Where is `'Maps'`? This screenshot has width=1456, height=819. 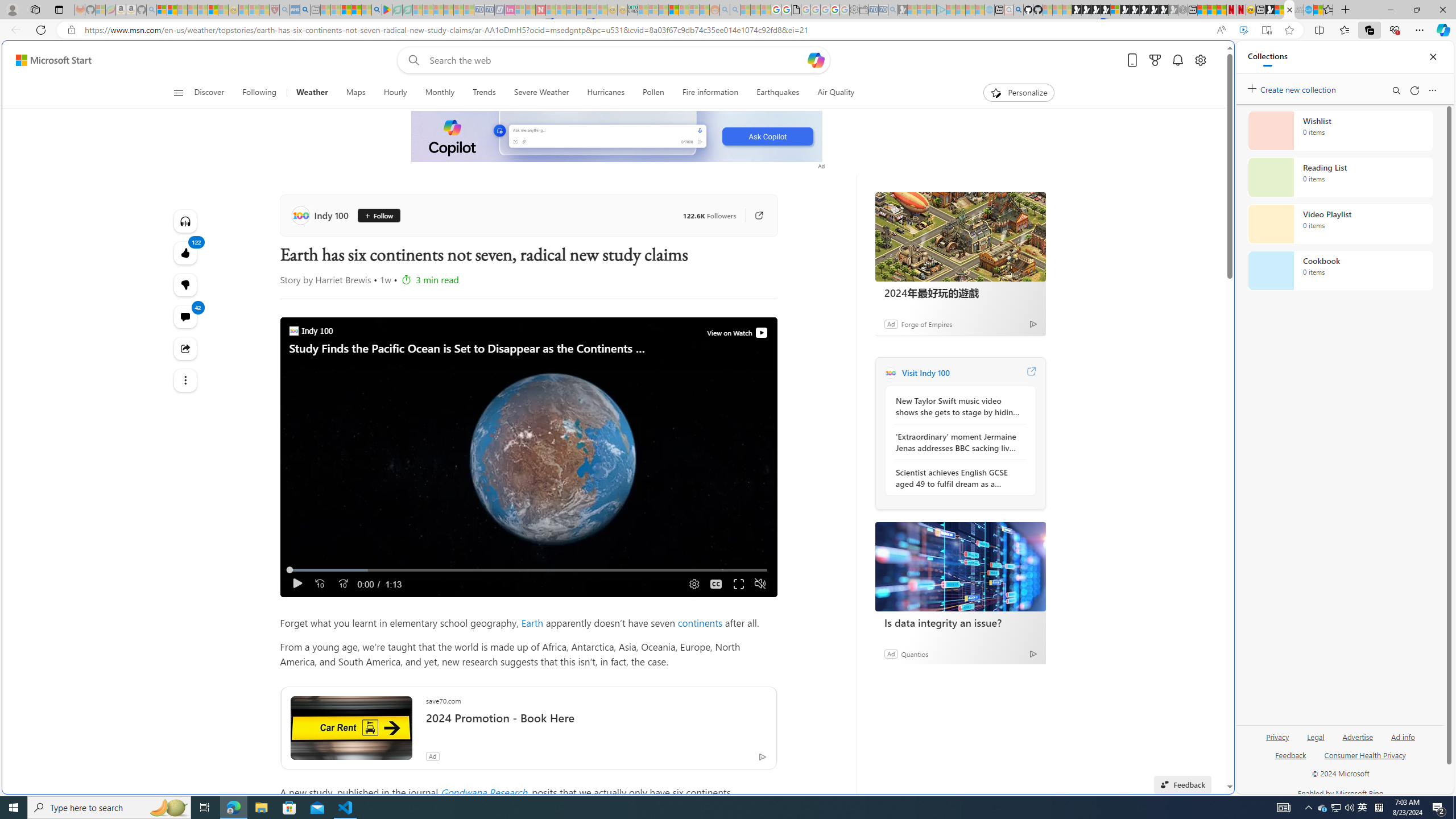
'Maps' is located at coordinates (355, 92).